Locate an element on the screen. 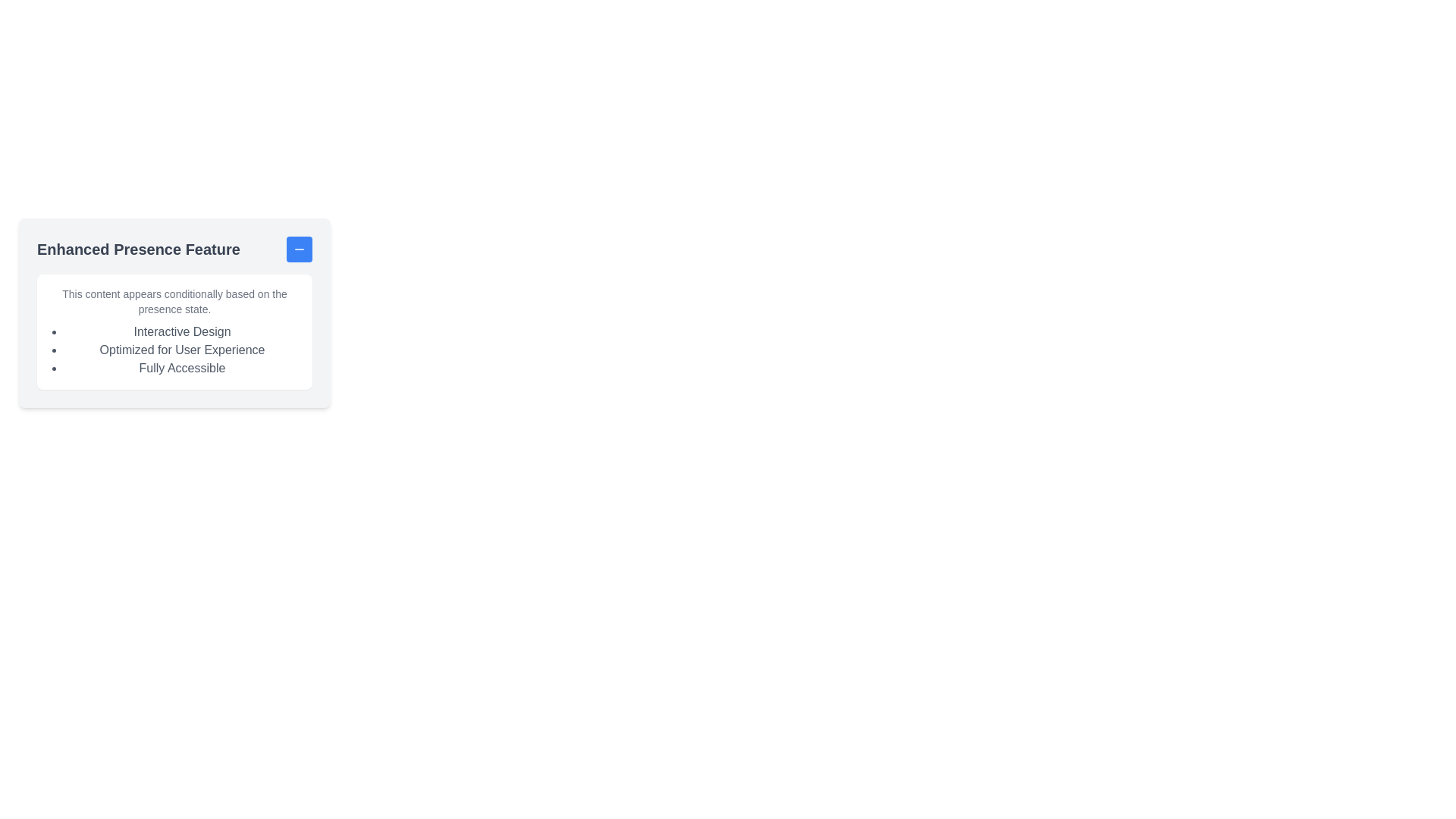 The image size is (1456, 819). the second item in the bulleted list, which provides descriptive content about the 'Enhanced Presence Feature' is located at coordinates (182, 350).